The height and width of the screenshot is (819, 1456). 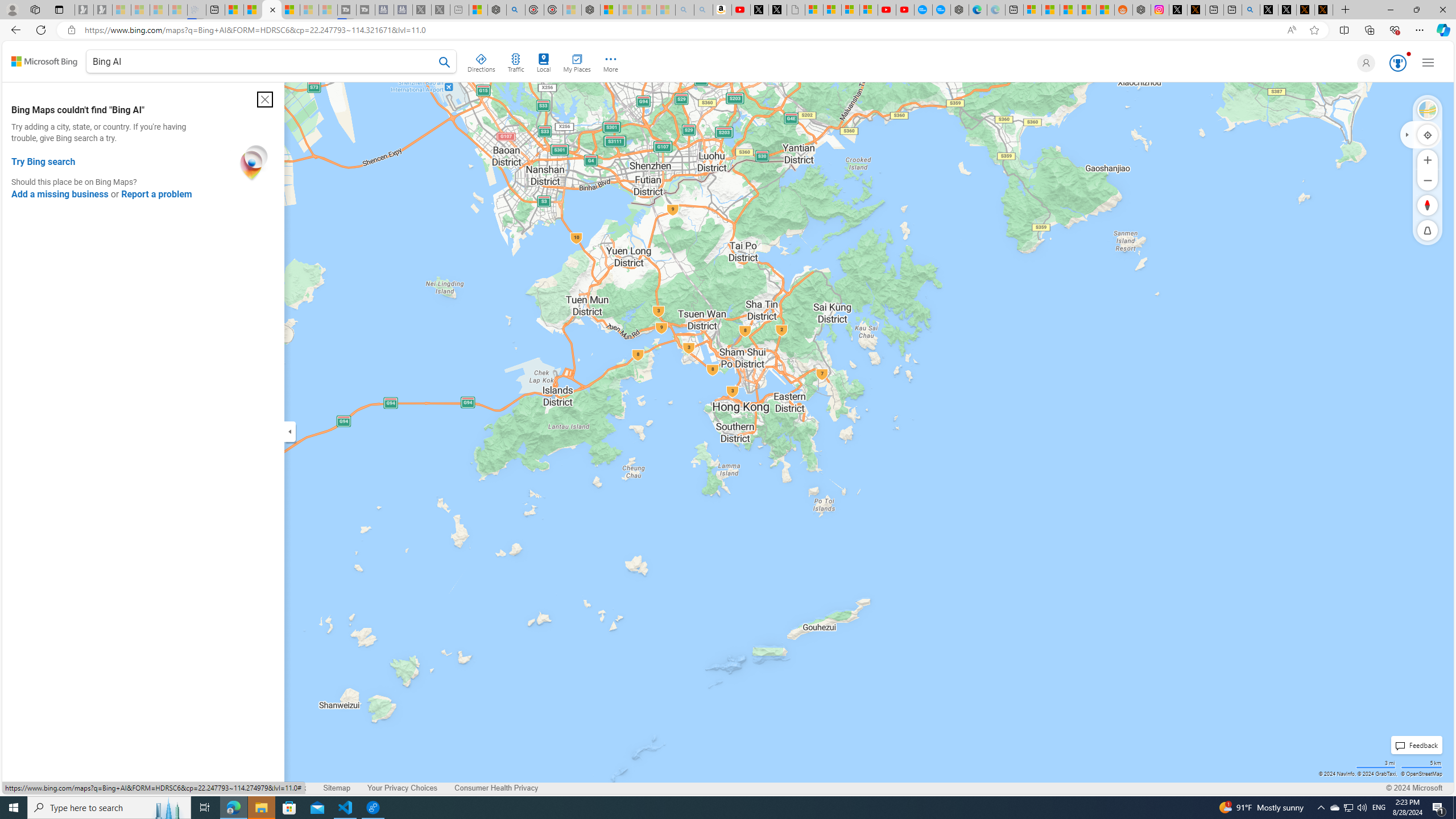 What do you see at coordinates (1323, 9) in the screenshot?
I see `'X Privacy Policy'` at bounding box center [1323, 9].